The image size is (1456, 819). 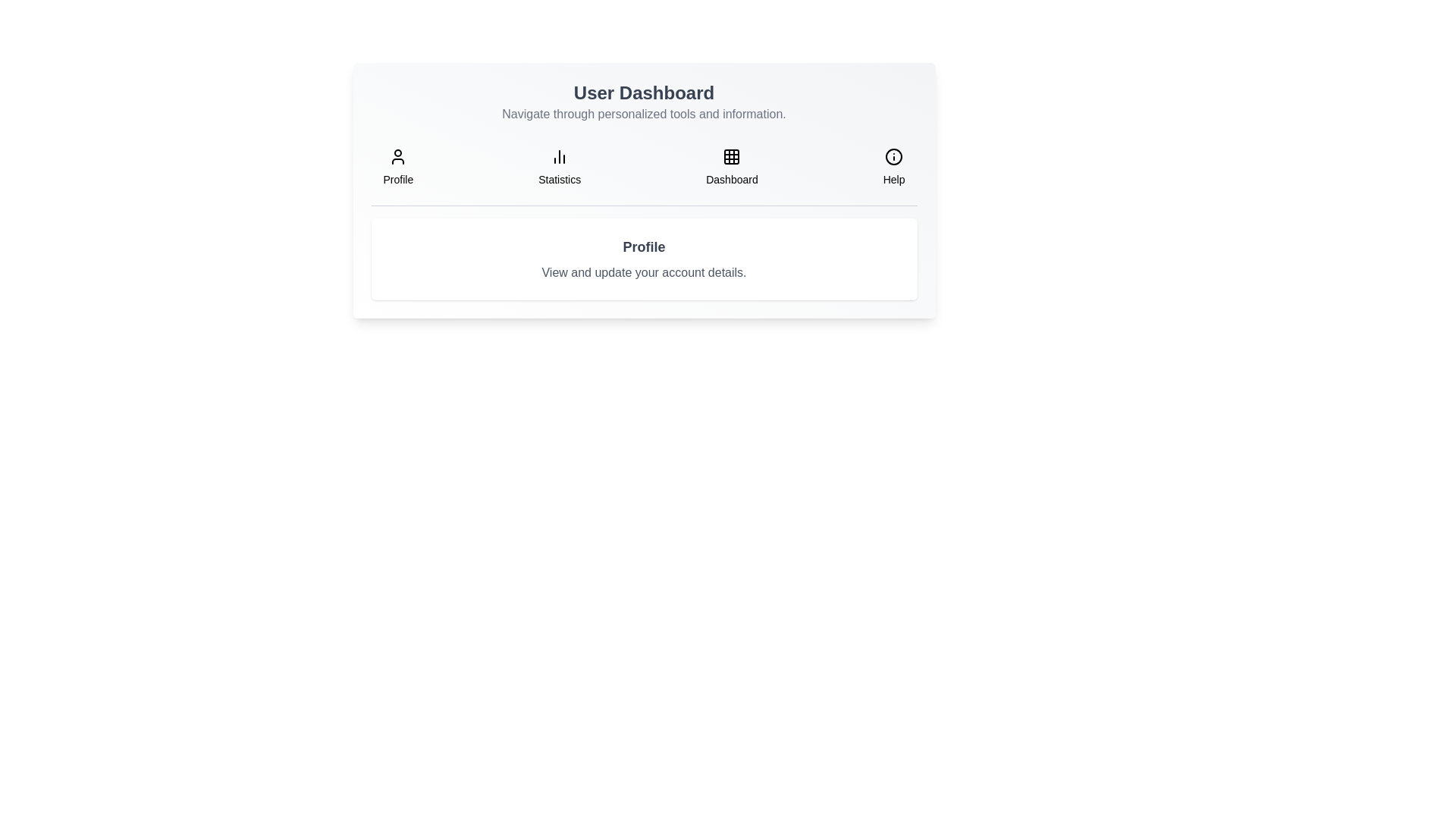 I want to click on the tab button labeled 'Dashboard' to observe its hover effect, so click(x=732, y=167).